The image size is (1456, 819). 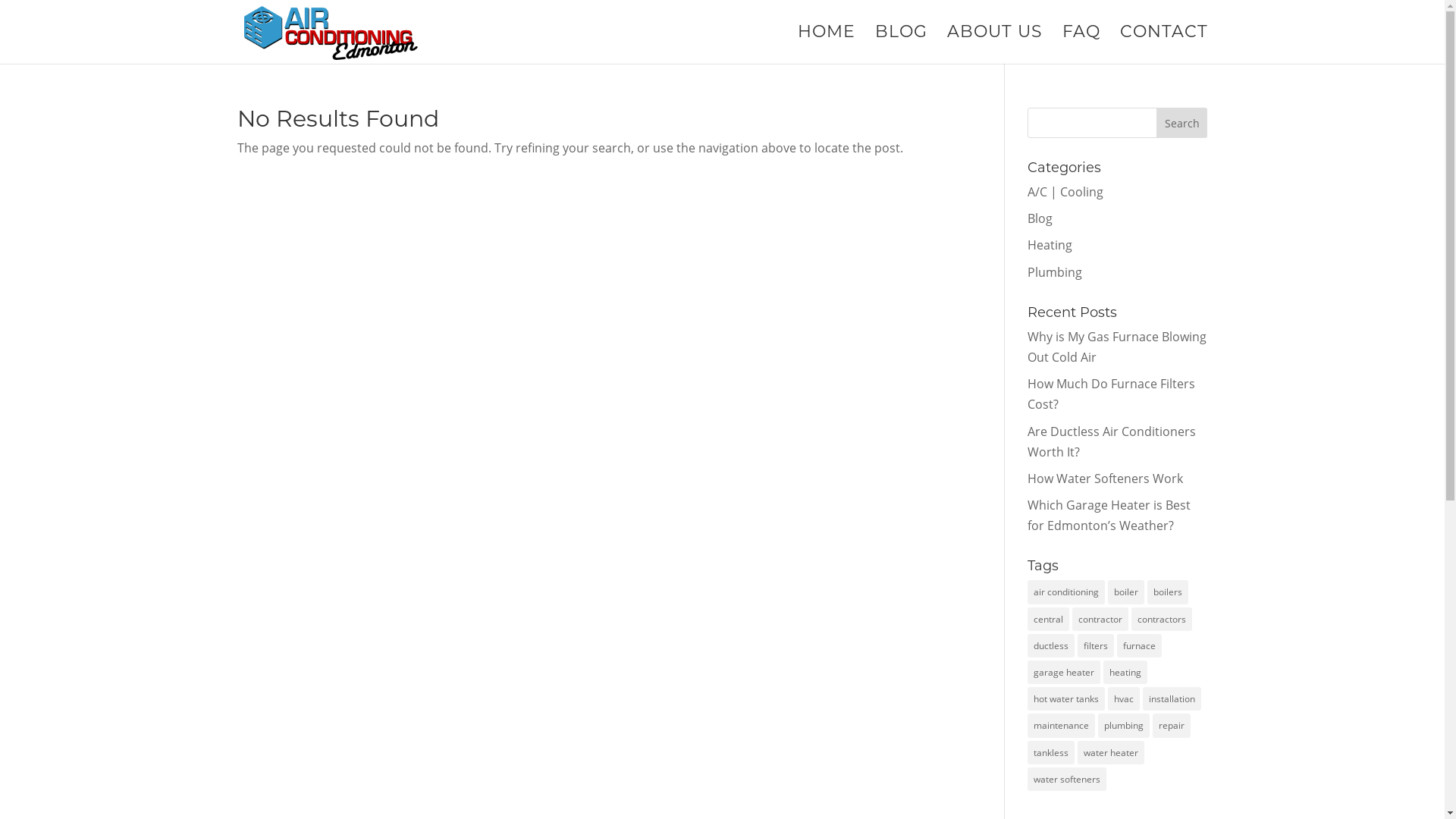 What do you see at coordinates (993, 44) in the screenshot?
I see `'ABOUT US'` at bounding box center [993, 44].